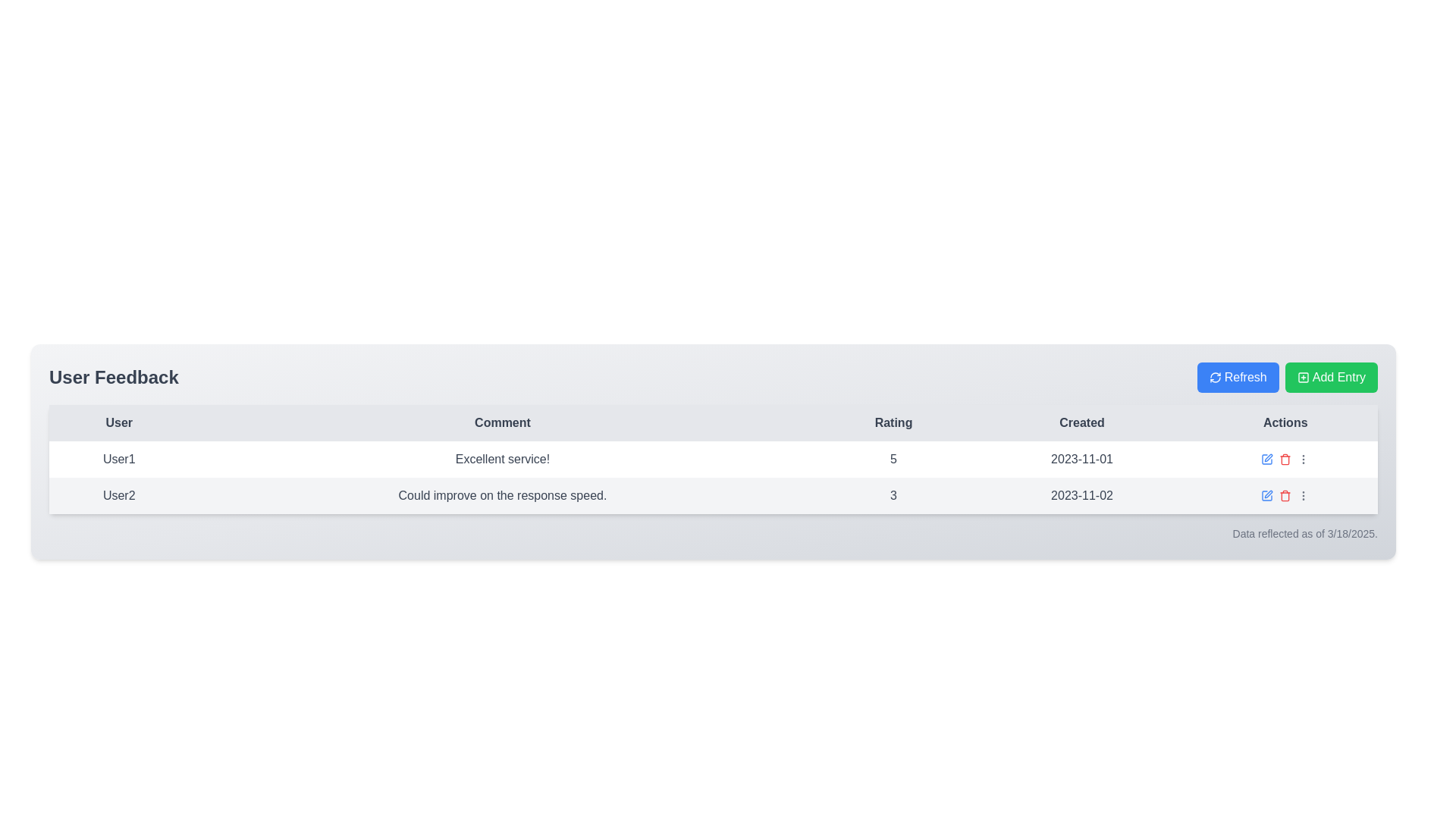 This screenshot has height=819, width=1456. I want to click on the red trash can icon in the second row of the 'User Feedback' table to initiate a delete action, so click(1285, 496).